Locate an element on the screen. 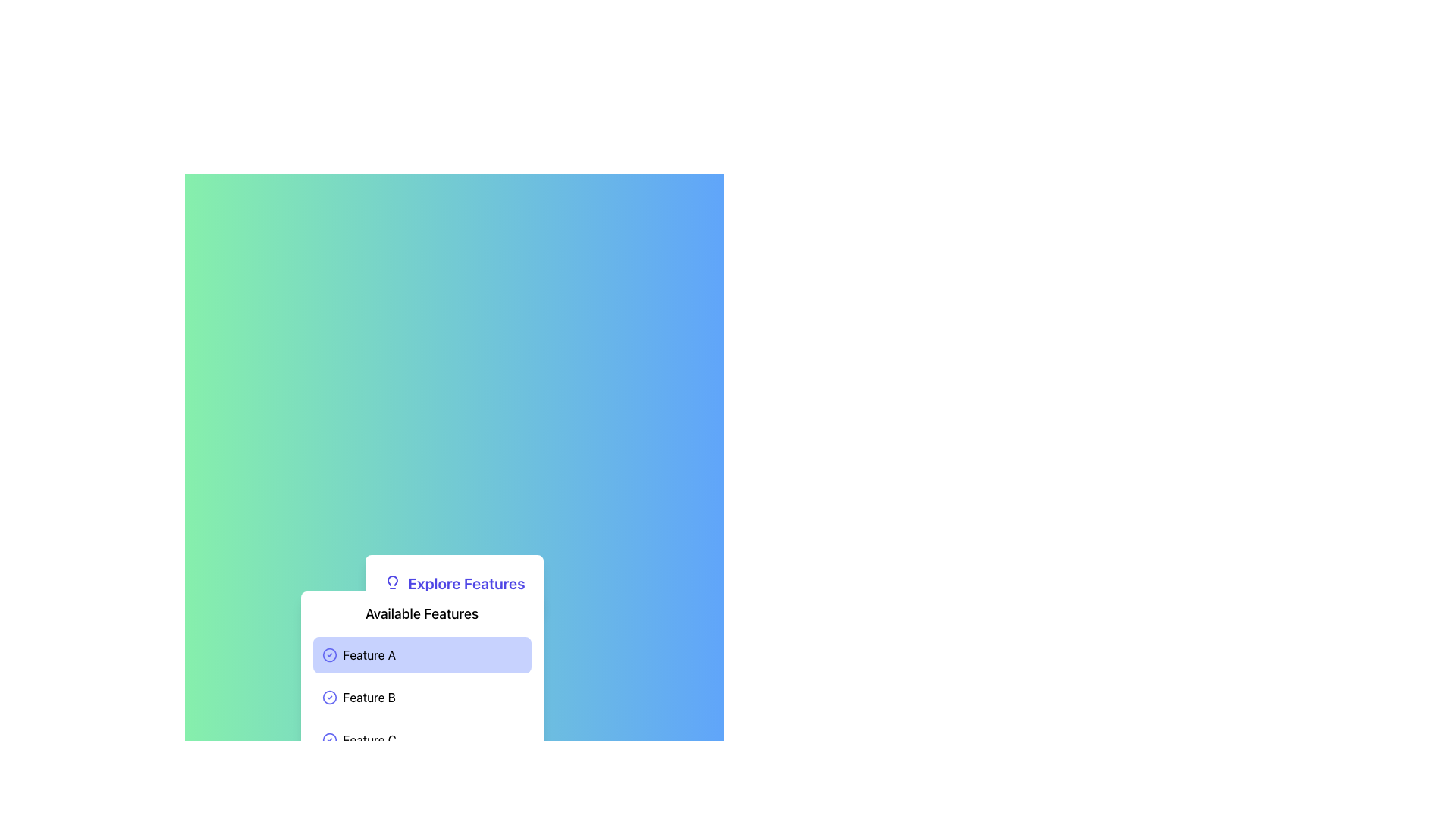 The height and width of the screenshot is (819, 1456). the third list item labeled 'Feature C' is located at coordinates (422, 739).